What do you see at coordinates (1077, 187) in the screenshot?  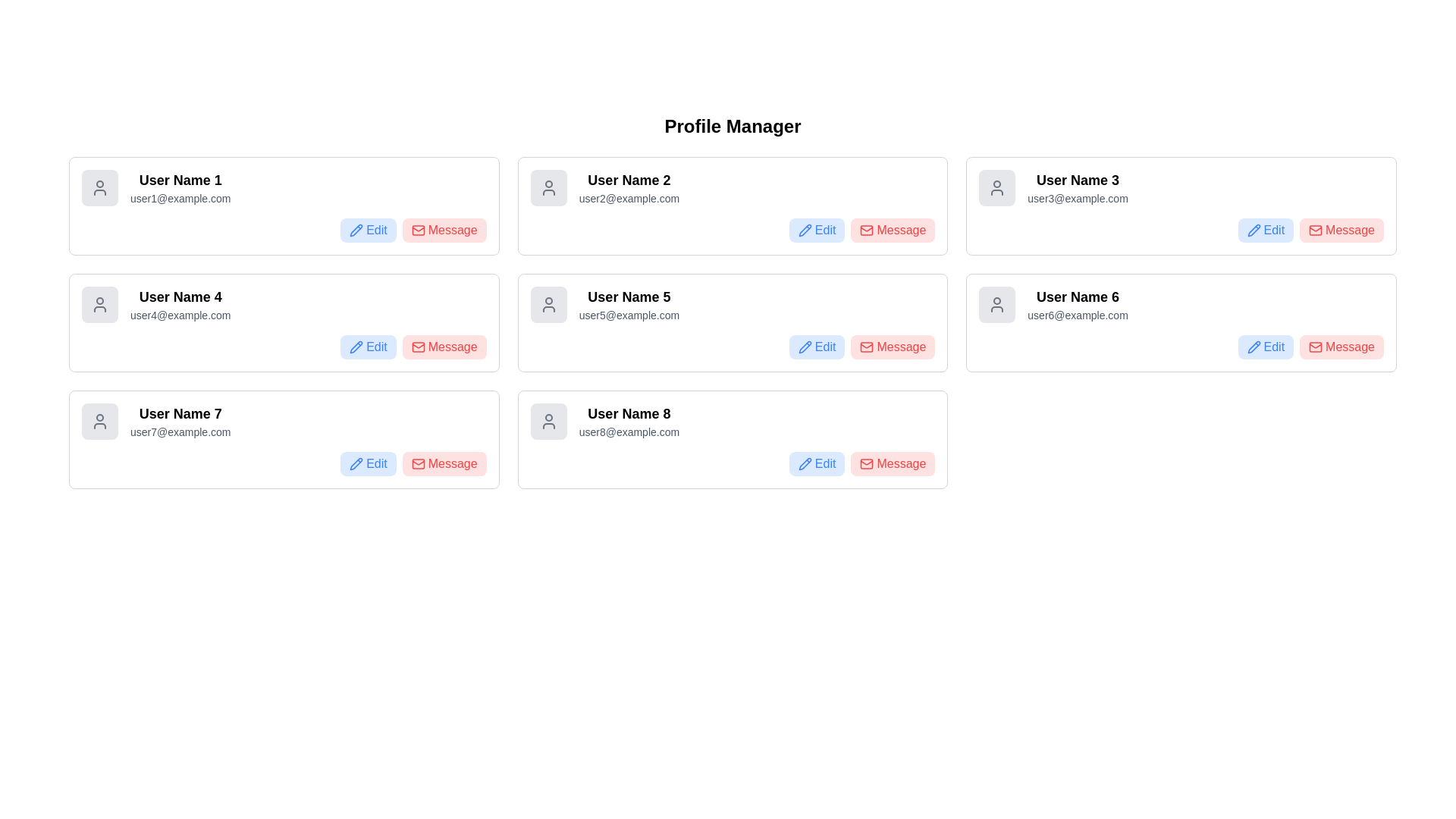 I see `the static text displaying user identification information, which includes the user's name and email address, located in the top right corner of the grid layout` at bounding box center [1077, 187].